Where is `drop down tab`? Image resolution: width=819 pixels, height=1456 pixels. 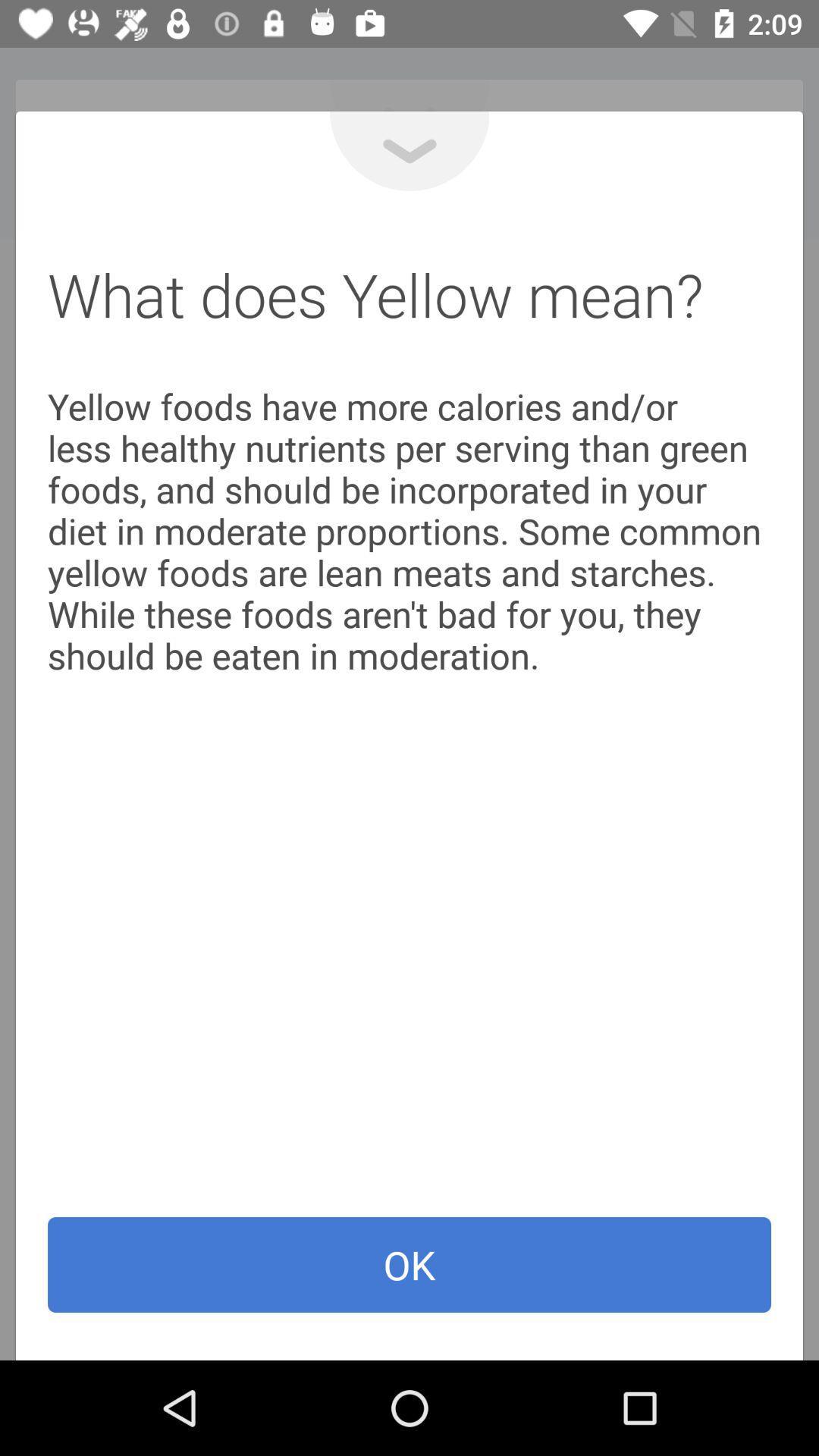
drop down tab is located at coordinates (409, 151).